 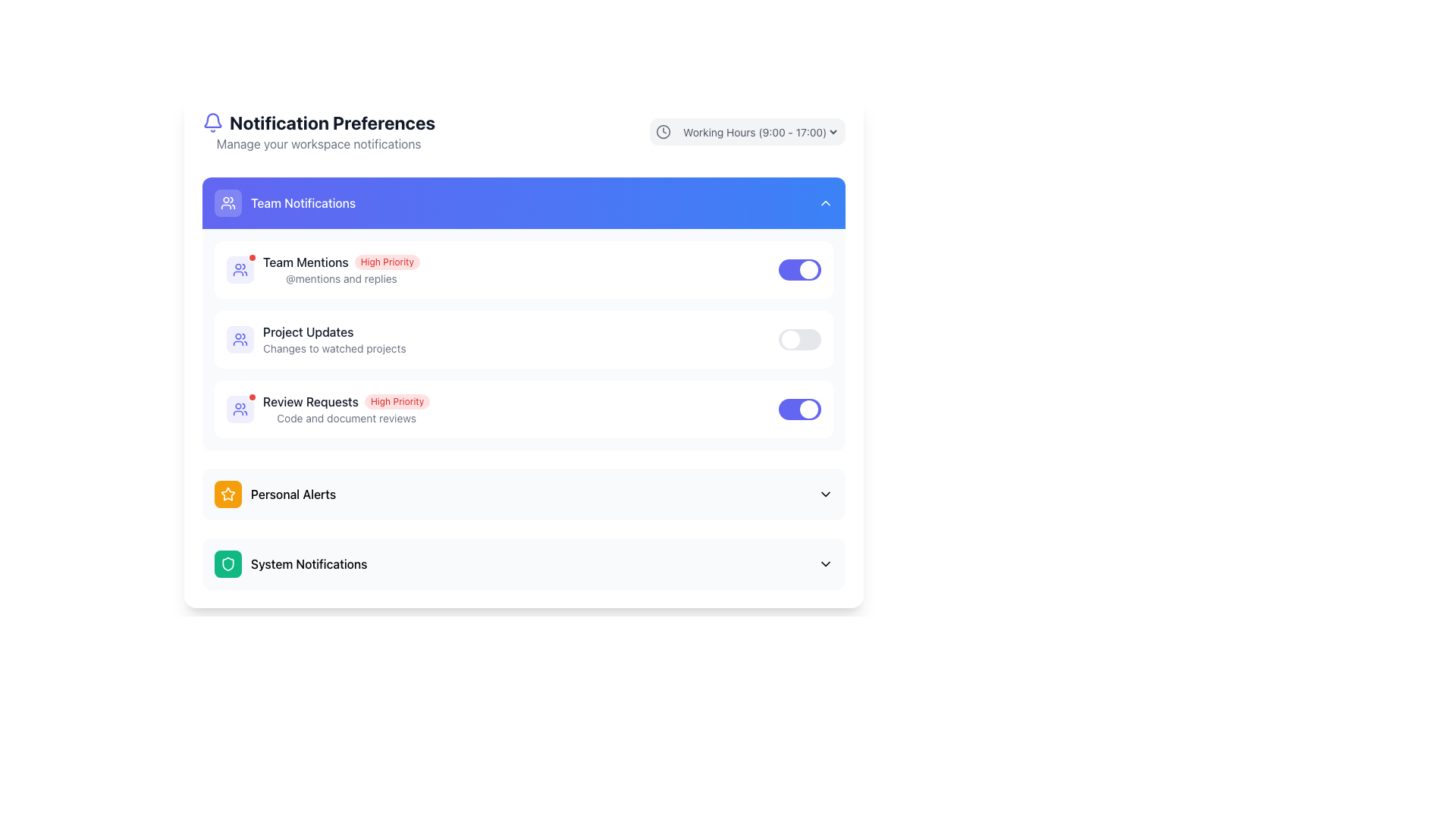 What do you see at coordinates (308, 564) in the screenshot?
I see `the 'System Notifications' text label` at bounding box center [308, 564].